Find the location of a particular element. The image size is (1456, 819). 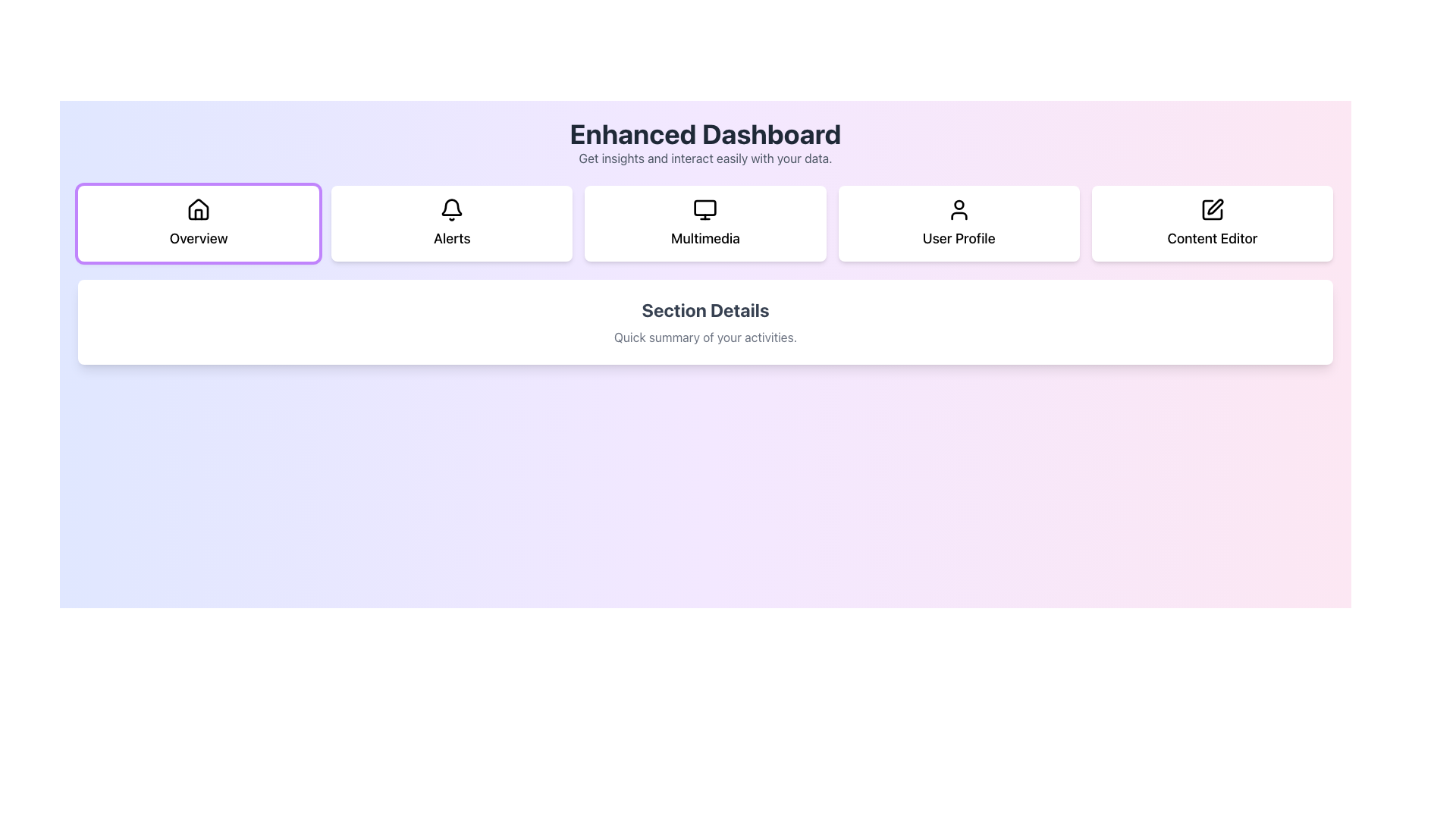

the minimalistic pen icon located at the center of the 'Content Editor' button in the navigation menu is located at coordinates (1211, 210).